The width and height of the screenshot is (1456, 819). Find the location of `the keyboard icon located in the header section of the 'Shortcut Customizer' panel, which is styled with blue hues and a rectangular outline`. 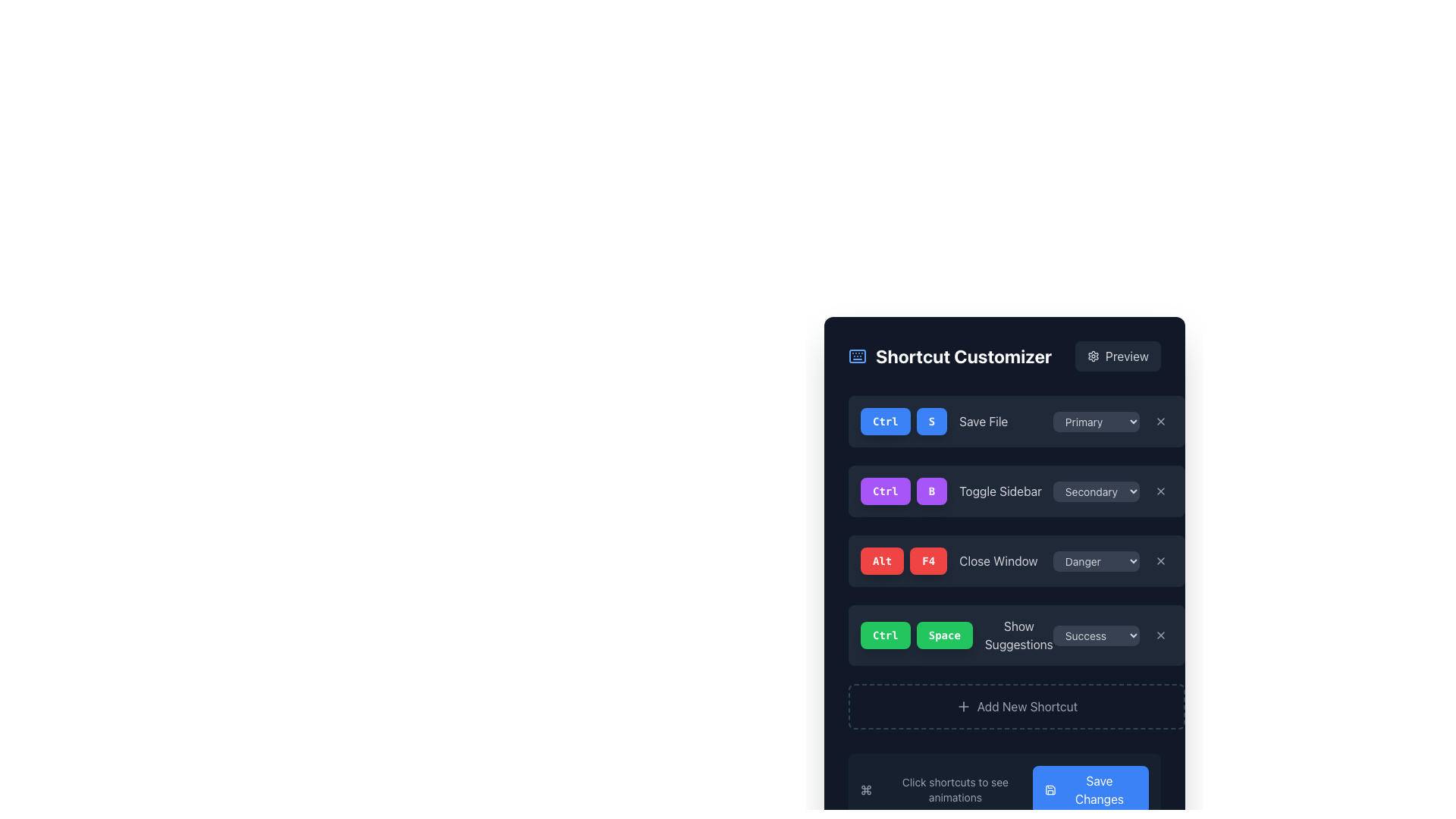

the keyboard icon located in the header section of the 'Shortcut Customizer' panel, which is styled with blue hues and a rectangular outline is located at coordinates (858, 356).